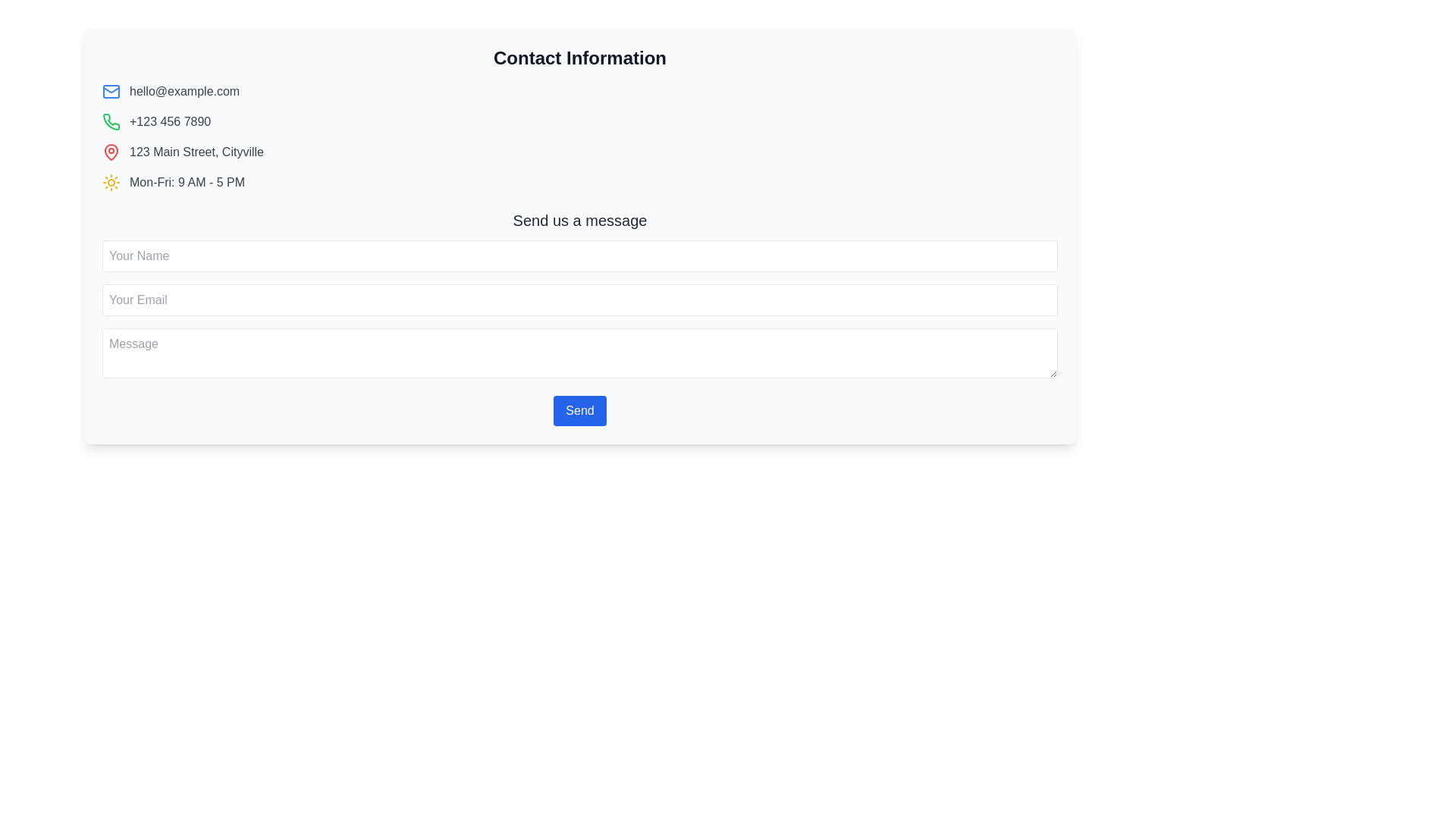 This screenshot has width=1456, height=819. I want to click on the green phone receiver icon representing the phone contact information for the number '+123 456 7890' in the 'Contact Information' section, so click(111, 121).